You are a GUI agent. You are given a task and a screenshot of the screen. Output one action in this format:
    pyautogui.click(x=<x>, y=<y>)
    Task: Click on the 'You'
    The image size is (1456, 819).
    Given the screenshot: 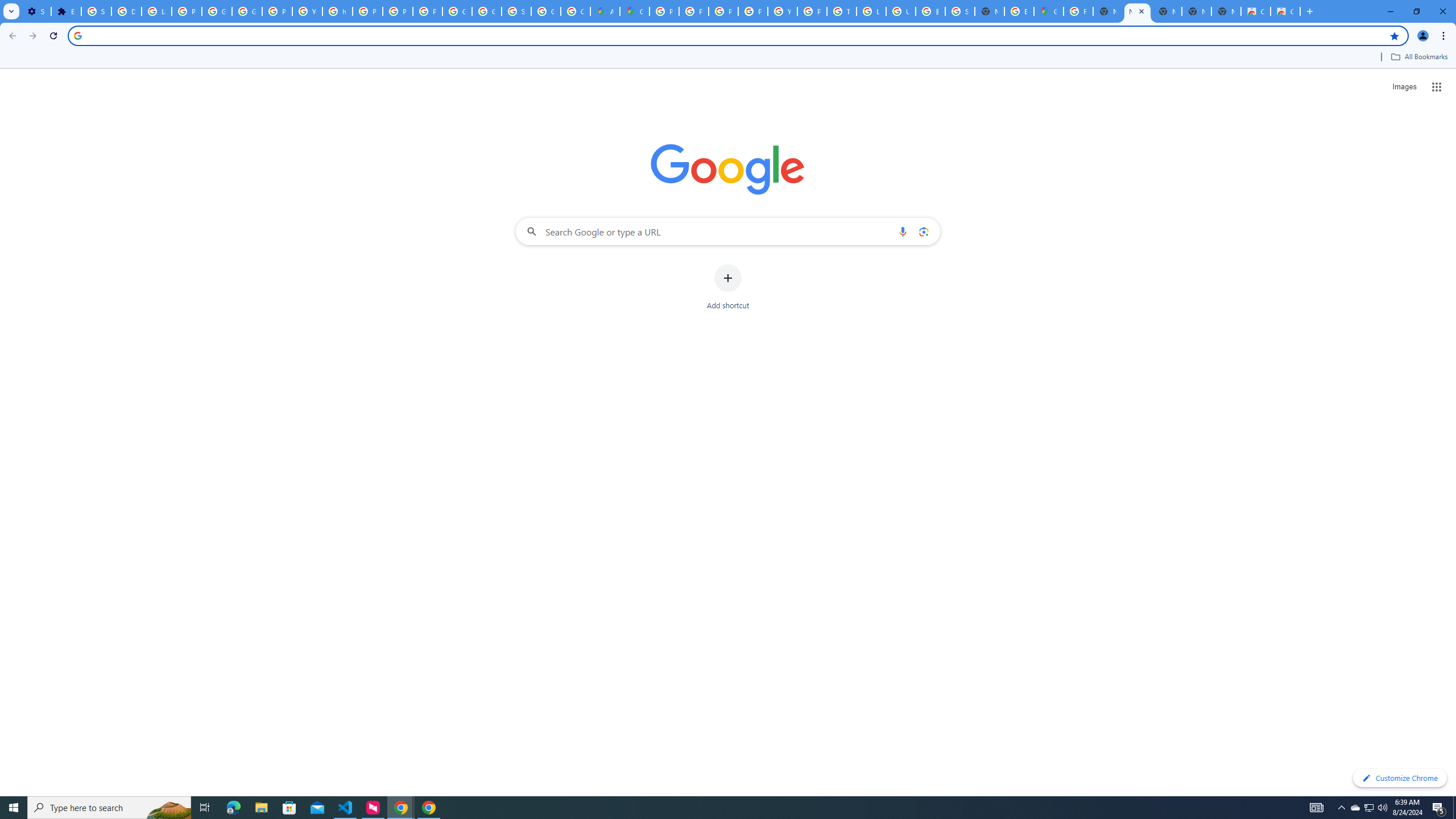 What is the action you would take?
    pyautogui.click(x=1423, y=35)
    